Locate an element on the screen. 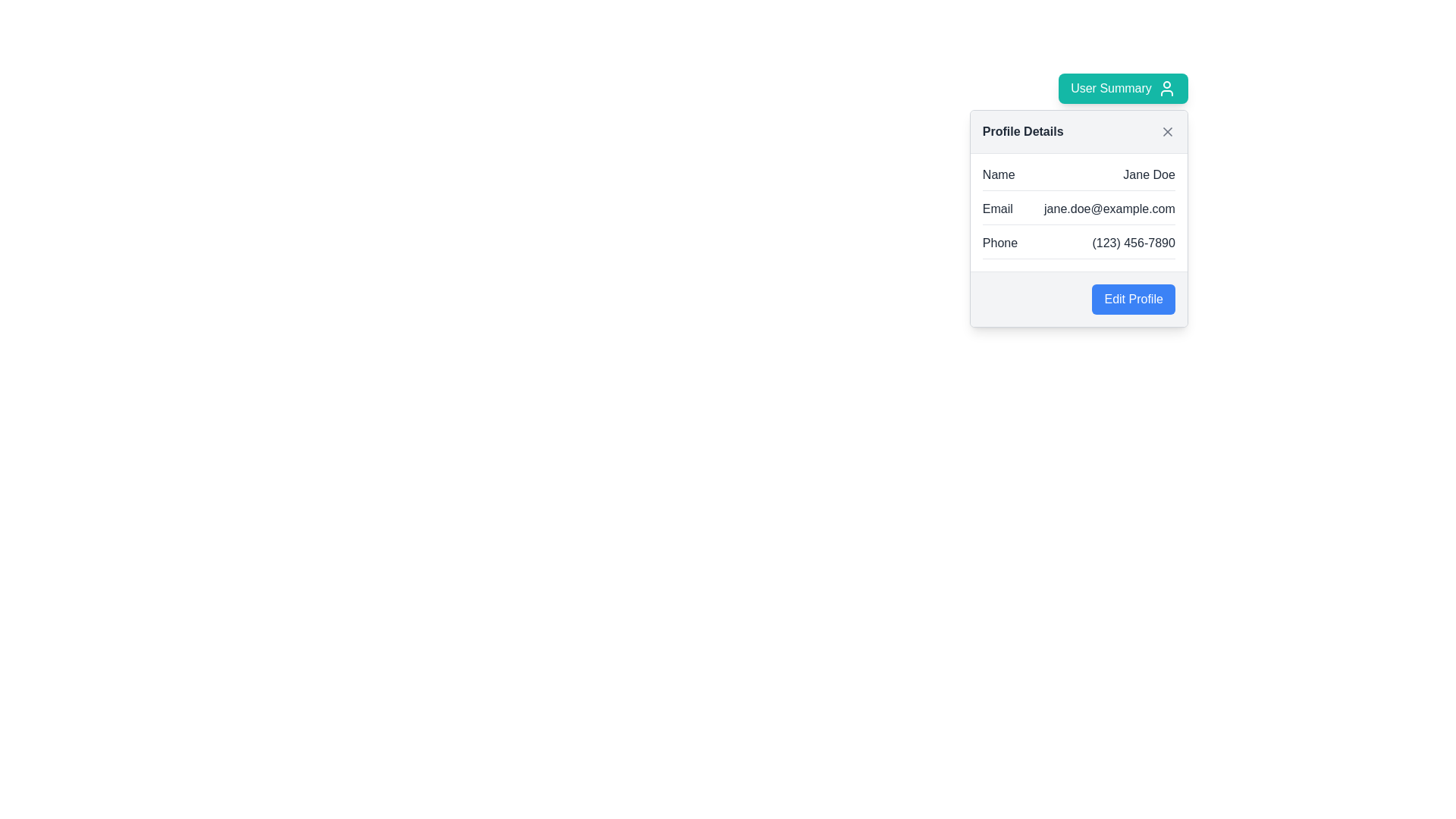 The image size is (1456, 819). the text label indicating the user's name 'Jane Doe' within the 'Profile Details' card interface is located at coordinates (999, 174).